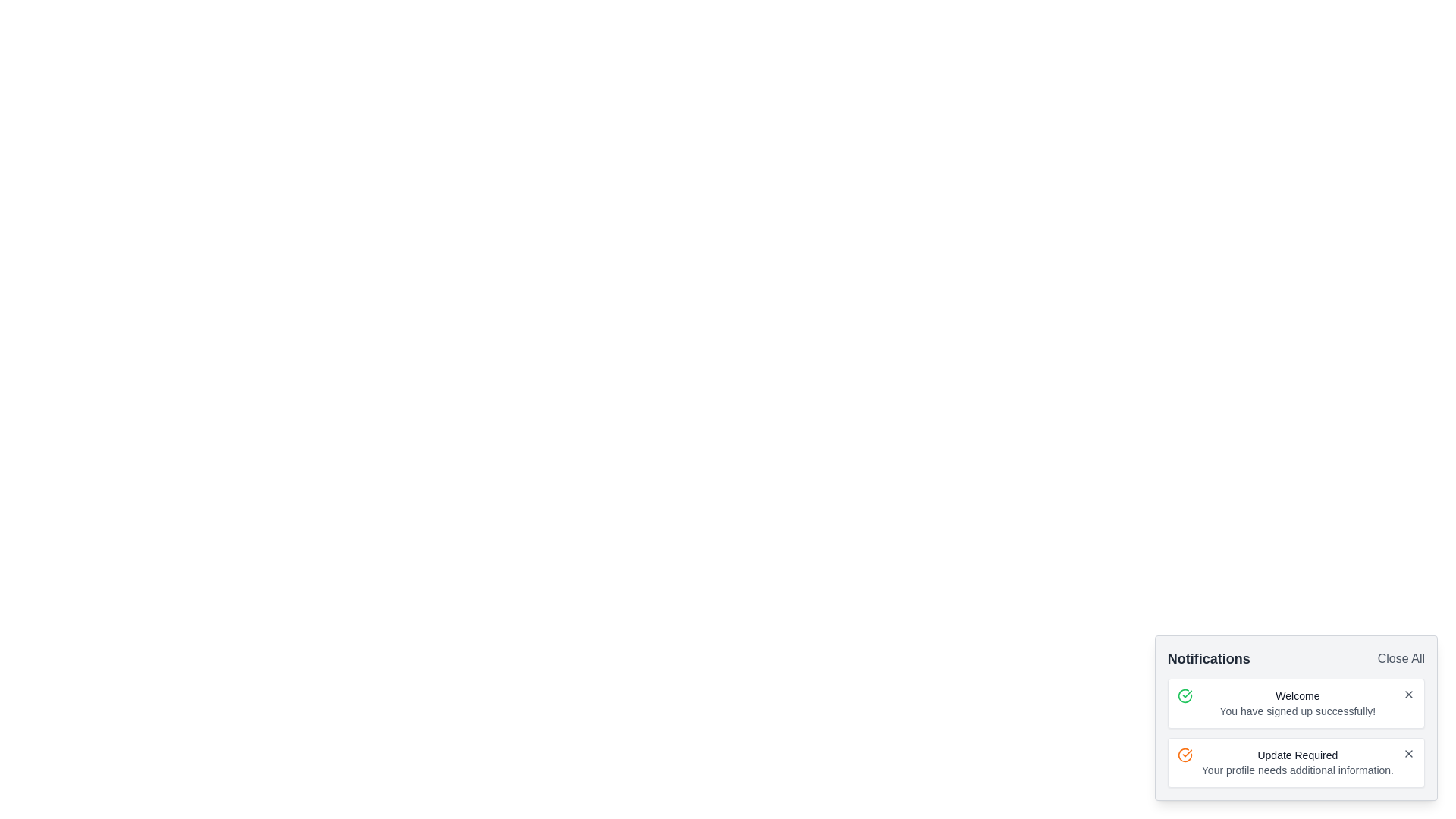  What do you see at coordinates (1400, 657) in the screenshot?
I see `the 'Close All' button in the upper-right corner of the notification card` at bounding box center [1400, 657].